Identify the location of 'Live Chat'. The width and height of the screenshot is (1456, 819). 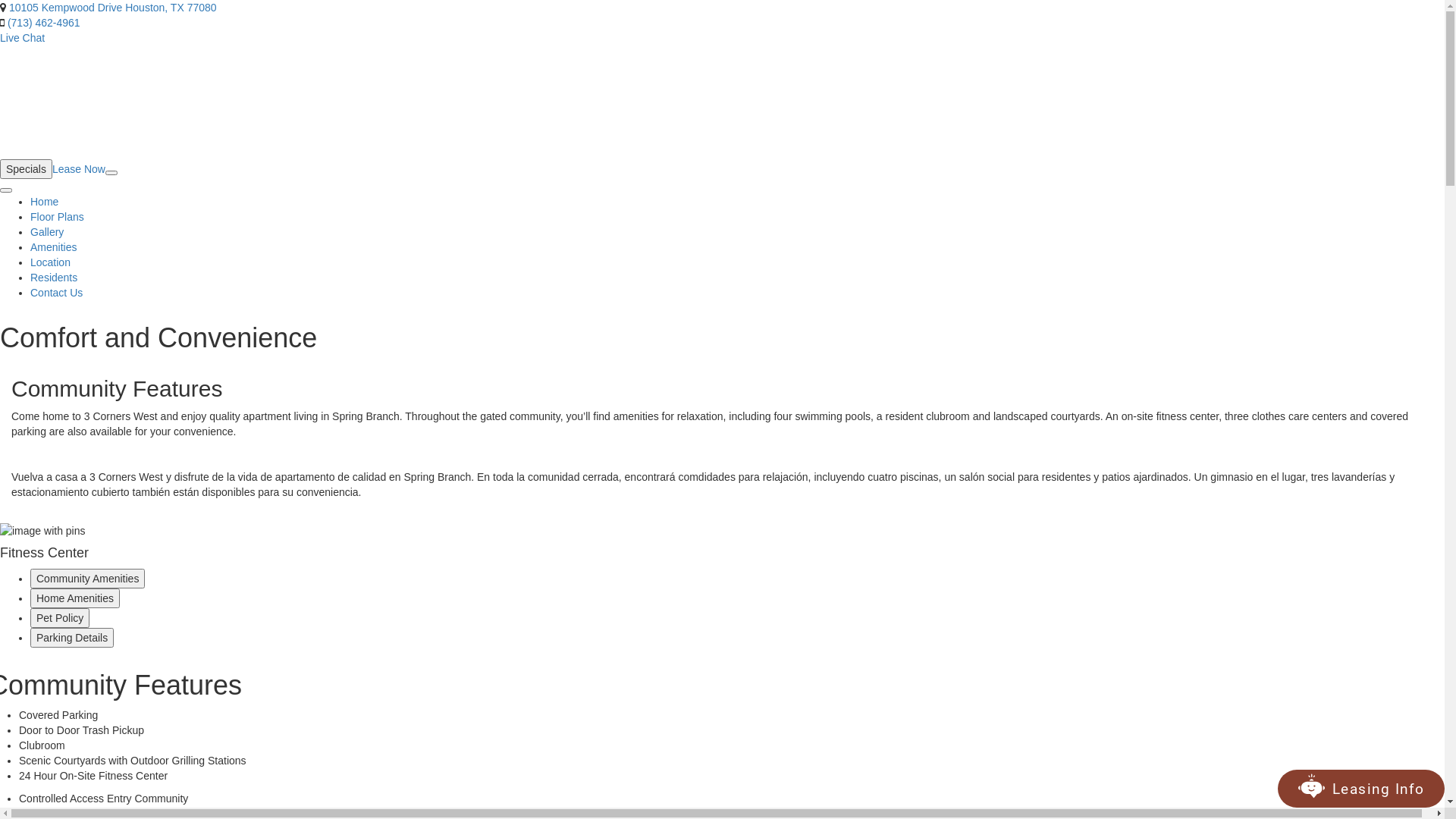
(22, 37).